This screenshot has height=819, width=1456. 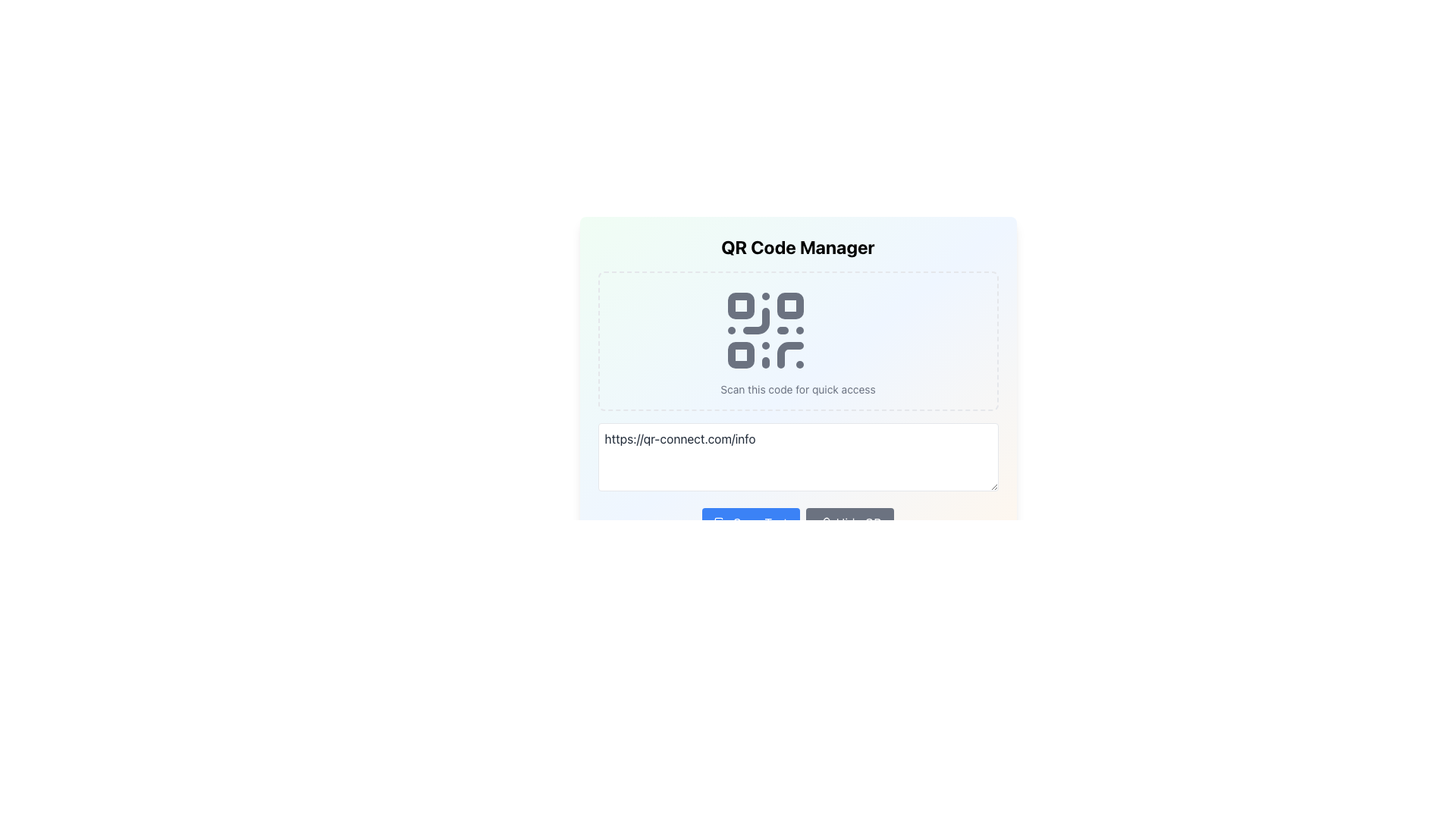 I want to click on the button that hides the QR code, located to the right of the 'Copy Text' button at the bottom-right corner of the interface, so click(x=849, y=522).